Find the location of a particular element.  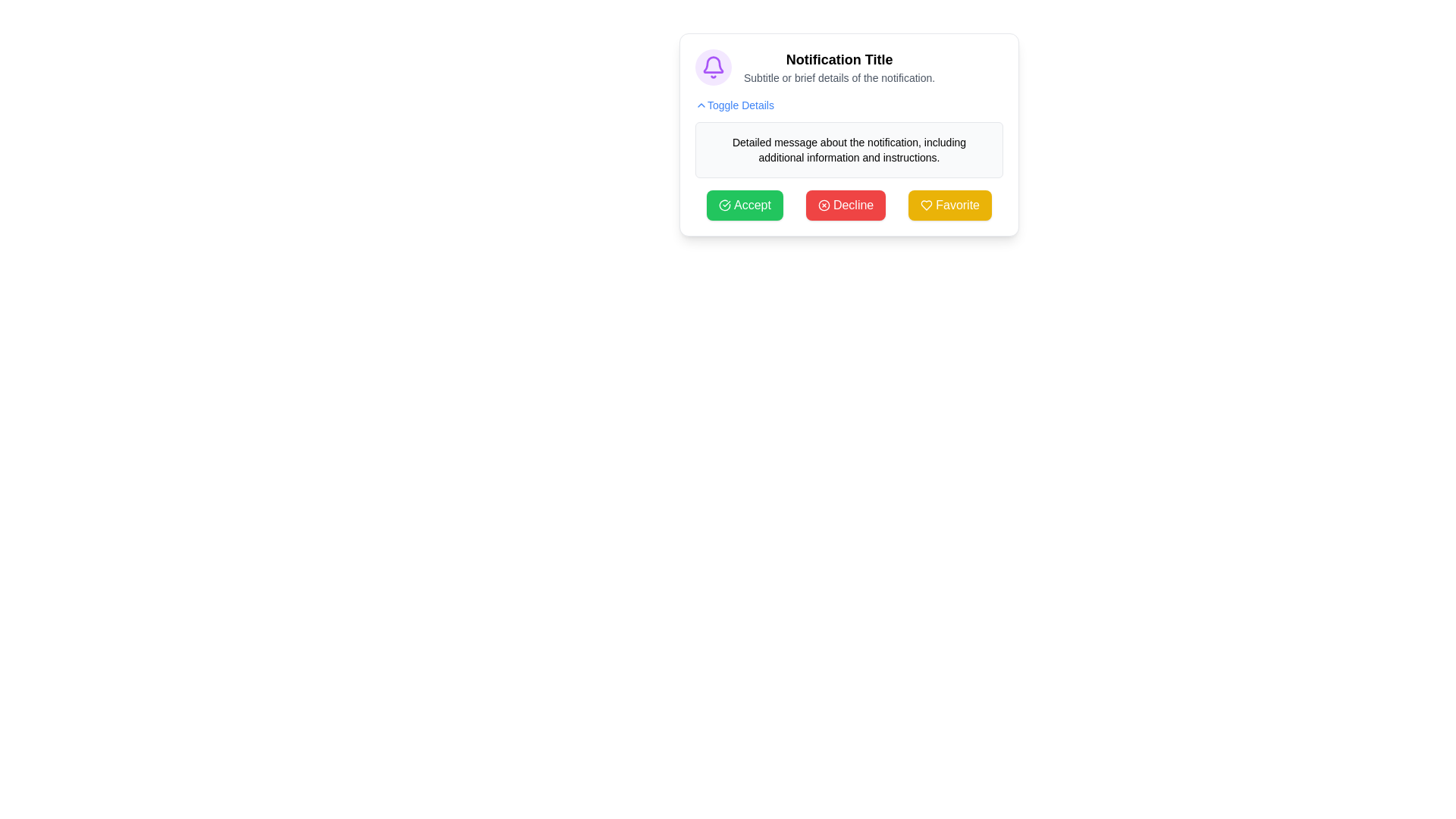

the heading text displaying 'Notification Title', which is styled in bold and larger font, located at the top center of the notification card is located at coordinates (839, 58).